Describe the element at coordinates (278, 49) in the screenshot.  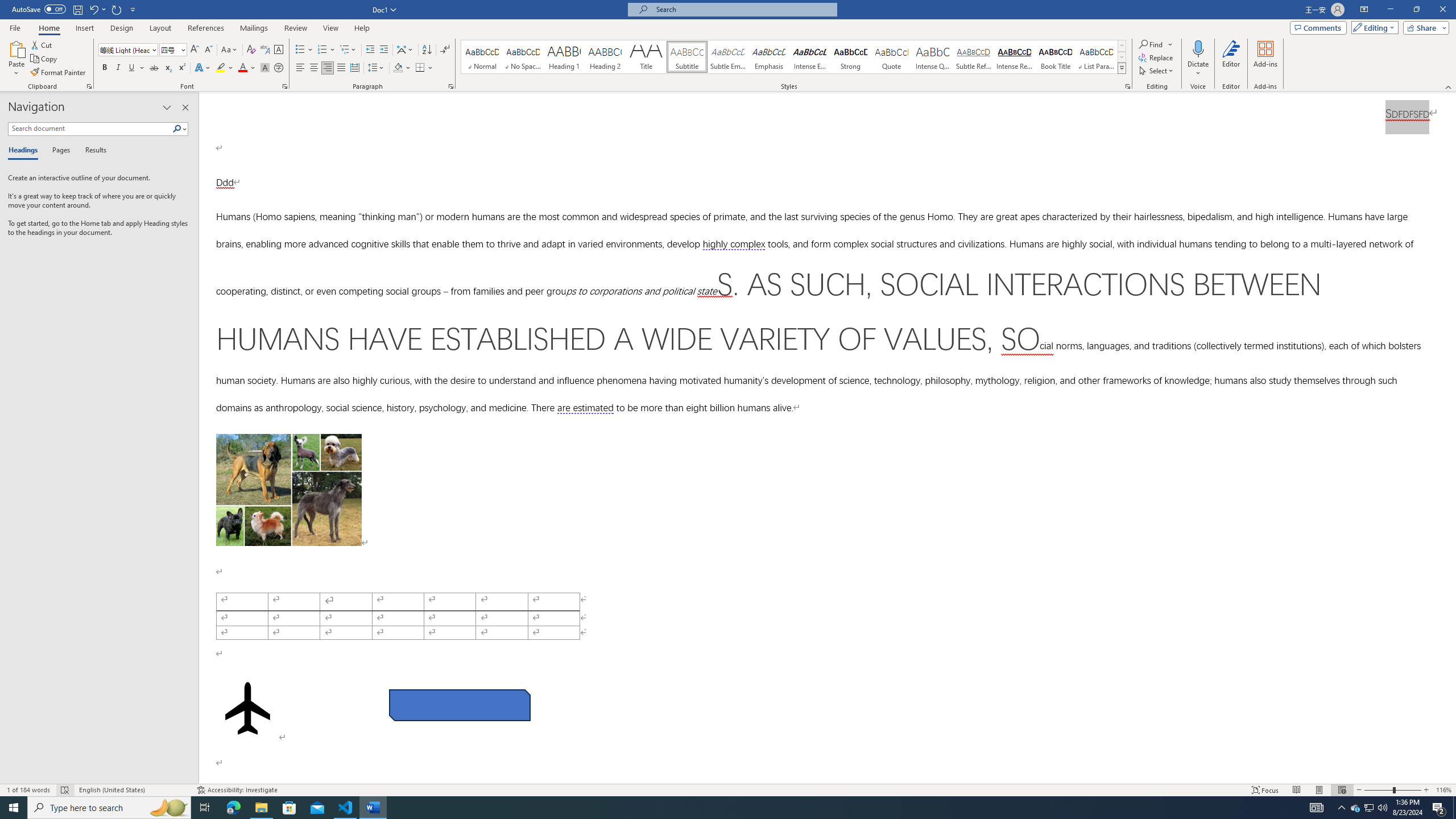
I see `'Character Border'` at that location.